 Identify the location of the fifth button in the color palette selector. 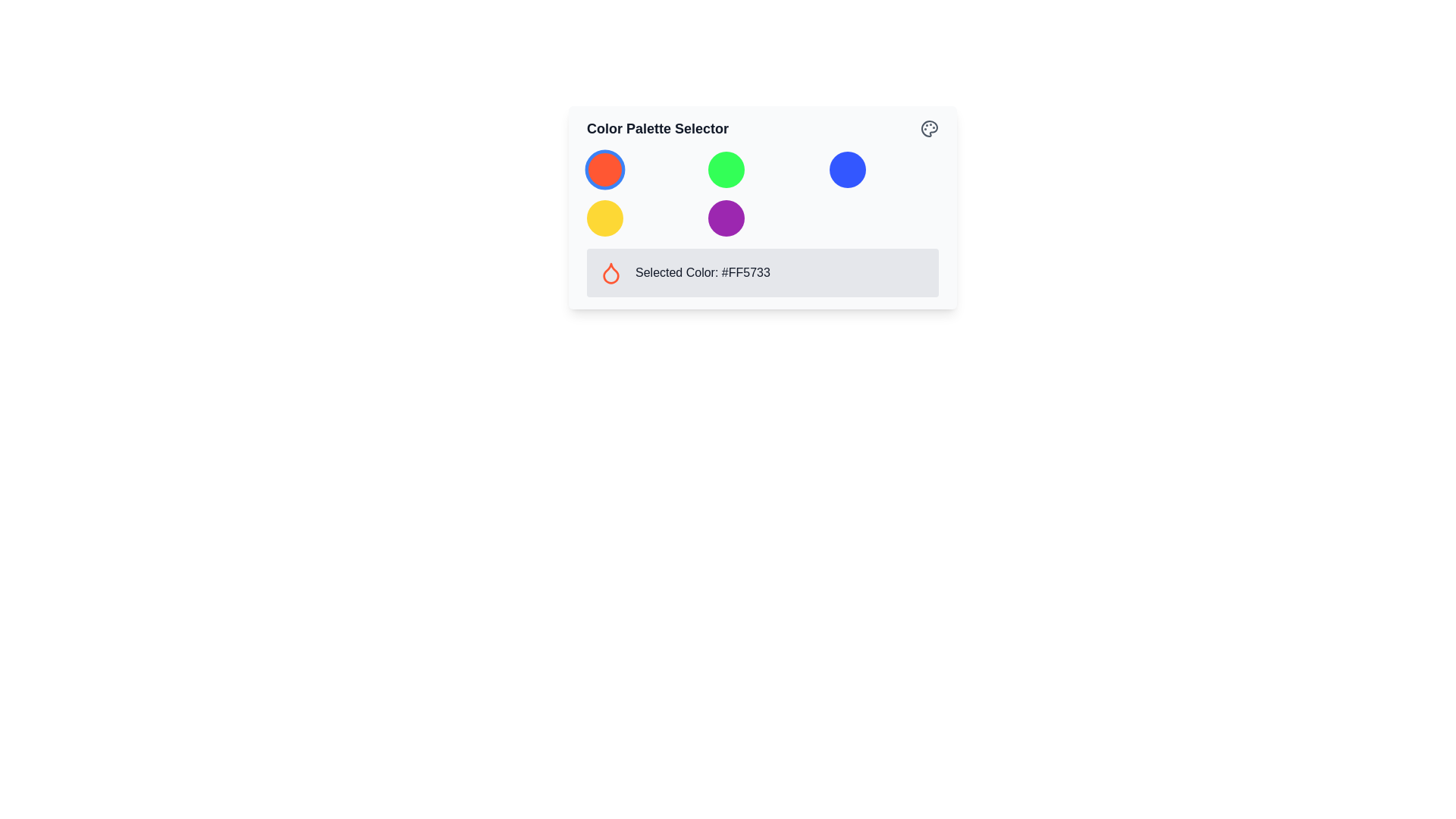
(726, 218).